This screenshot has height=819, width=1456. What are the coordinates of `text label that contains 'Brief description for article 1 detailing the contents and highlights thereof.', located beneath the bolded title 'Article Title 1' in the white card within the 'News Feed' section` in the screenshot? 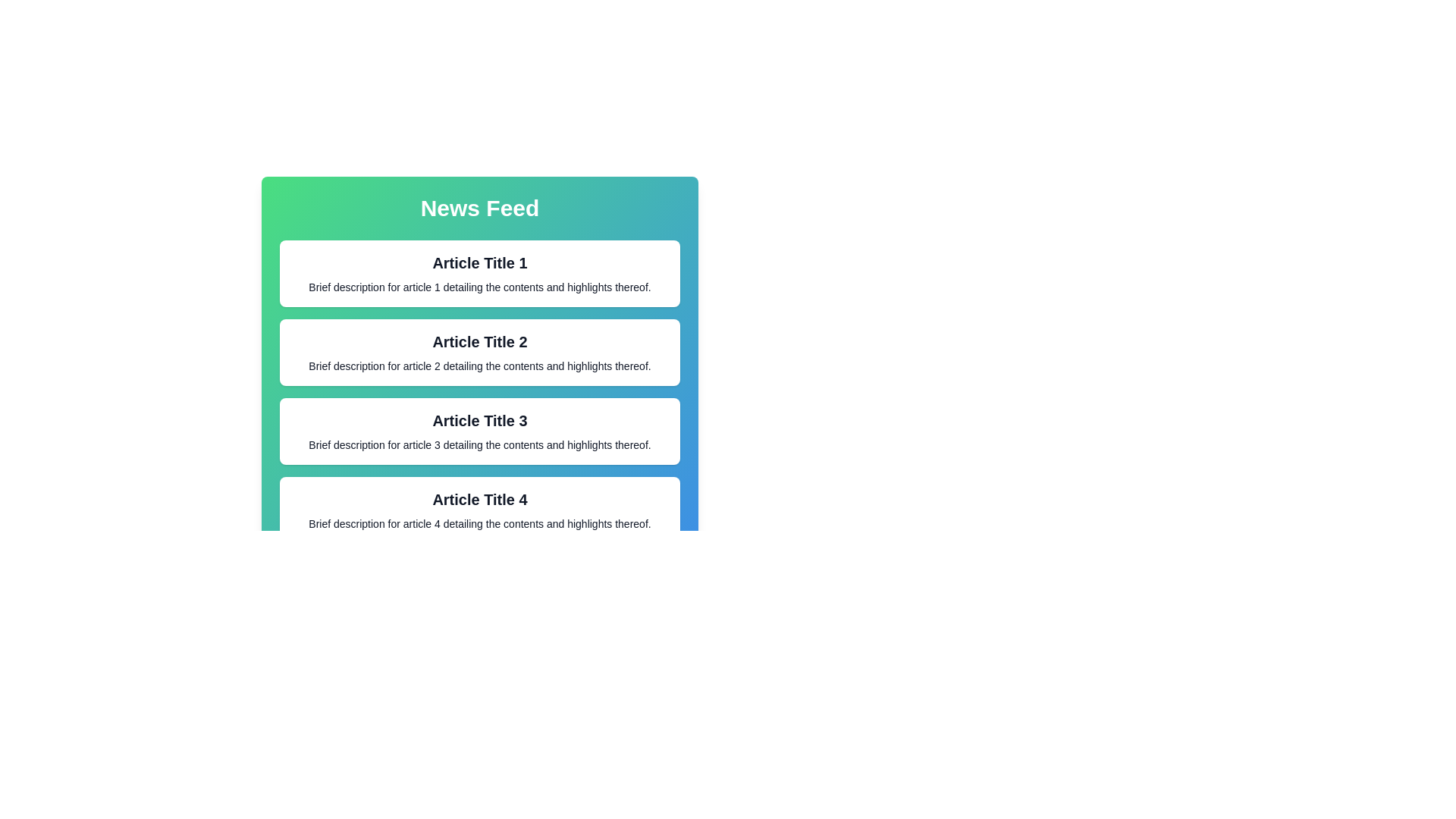 It's located at (479, 287).